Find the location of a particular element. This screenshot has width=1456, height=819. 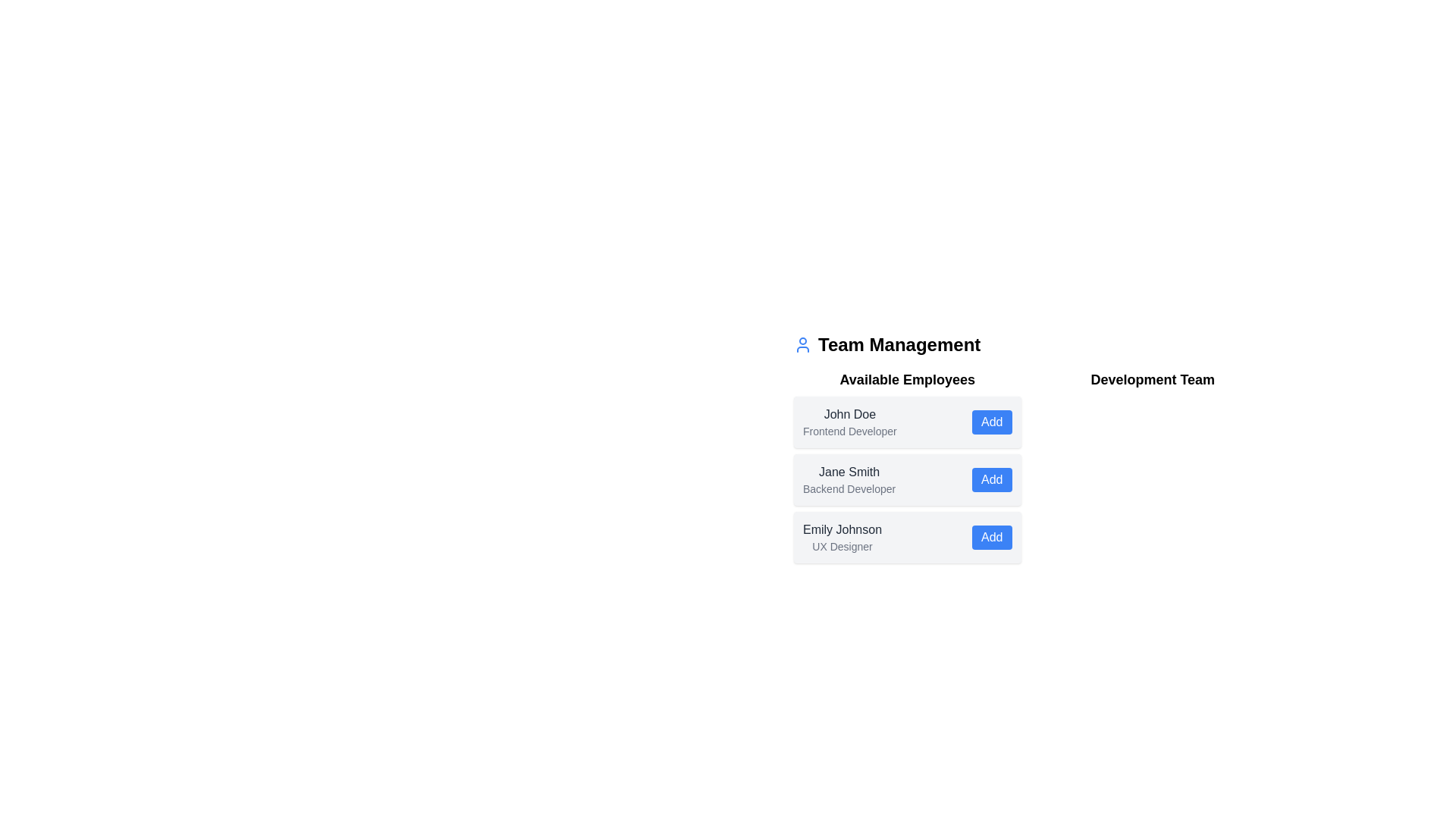

the decorative icon representing team functionalities in the 'Team Management' section, located at the far left of the section's title is located at coordinates (802, 345).